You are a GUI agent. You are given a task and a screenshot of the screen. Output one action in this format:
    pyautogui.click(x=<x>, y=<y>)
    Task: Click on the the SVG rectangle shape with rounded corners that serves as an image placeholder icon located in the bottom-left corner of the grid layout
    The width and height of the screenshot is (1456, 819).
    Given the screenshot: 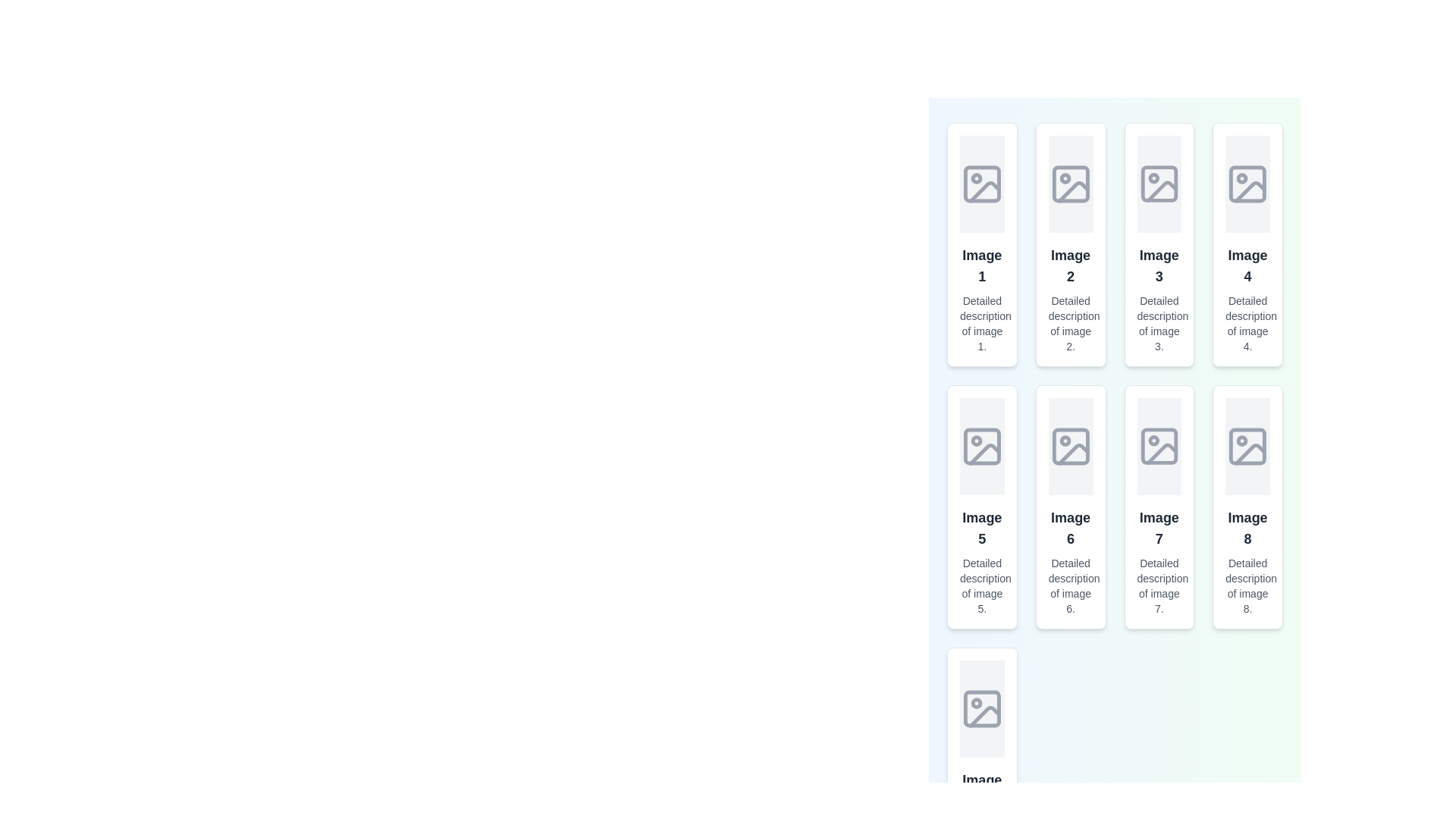 What is the action you would take?
    pyautogui.click(x=982, y=708)
    